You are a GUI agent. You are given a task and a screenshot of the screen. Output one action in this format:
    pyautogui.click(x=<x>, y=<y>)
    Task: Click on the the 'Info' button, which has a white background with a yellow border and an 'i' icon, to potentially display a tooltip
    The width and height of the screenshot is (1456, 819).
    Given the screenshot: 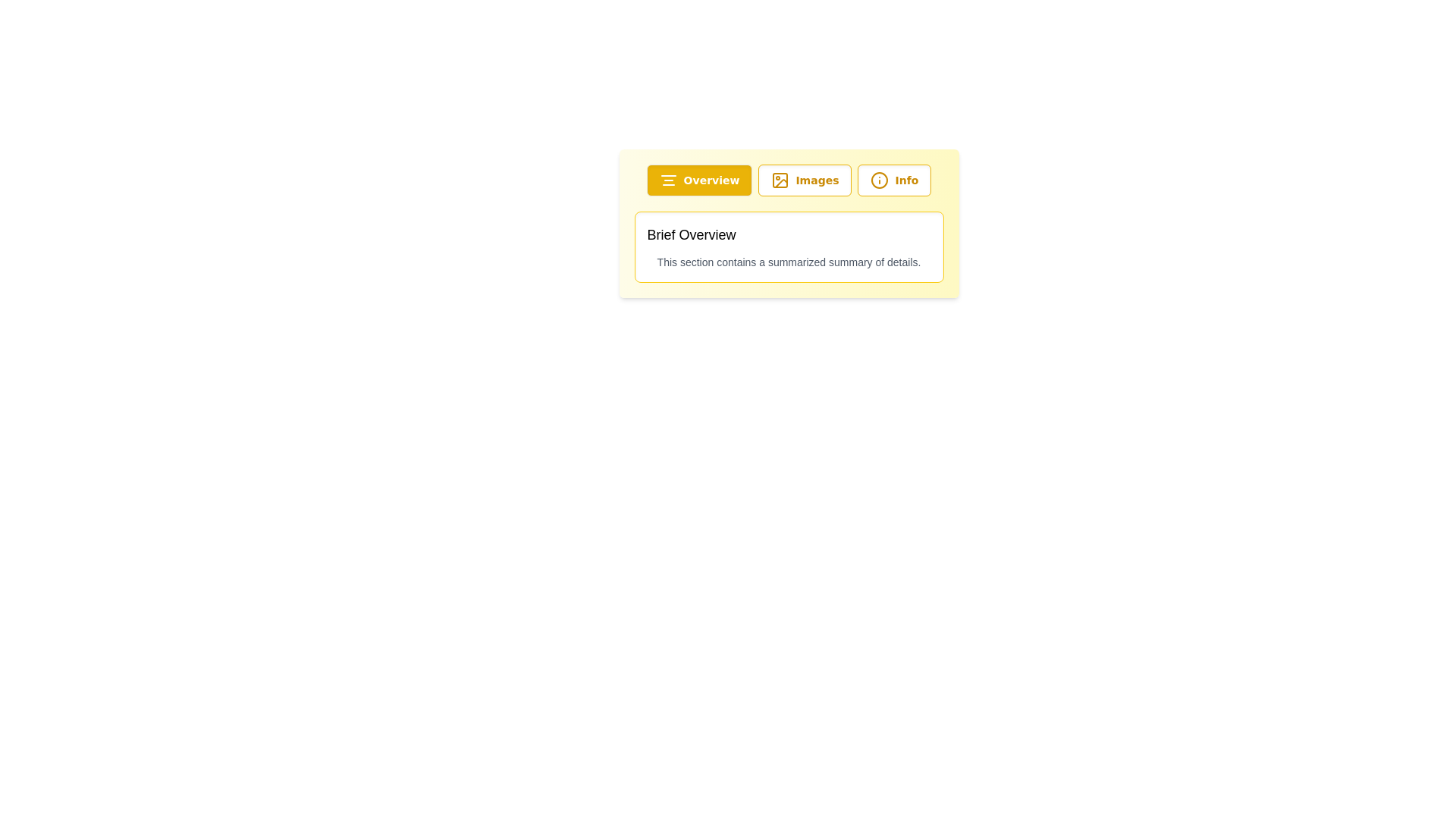 What is the action you would take?
    pyautogui.click(x=894, y=180)
    